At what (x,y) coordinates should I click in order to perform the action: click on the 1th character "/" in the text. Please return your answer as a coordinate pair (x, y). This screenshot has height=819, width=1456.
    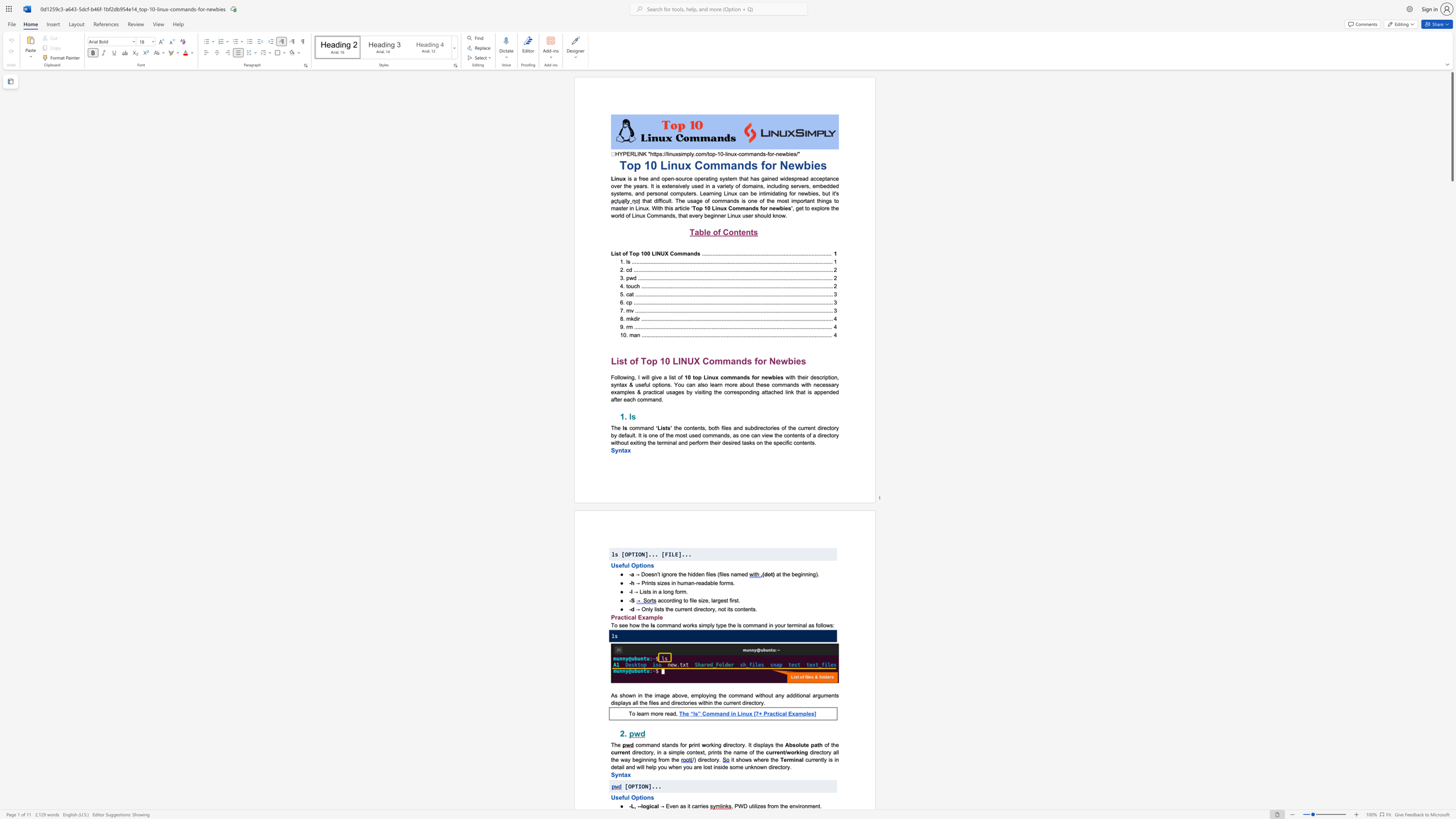
    Looking at the image, I should click on (693, 759).